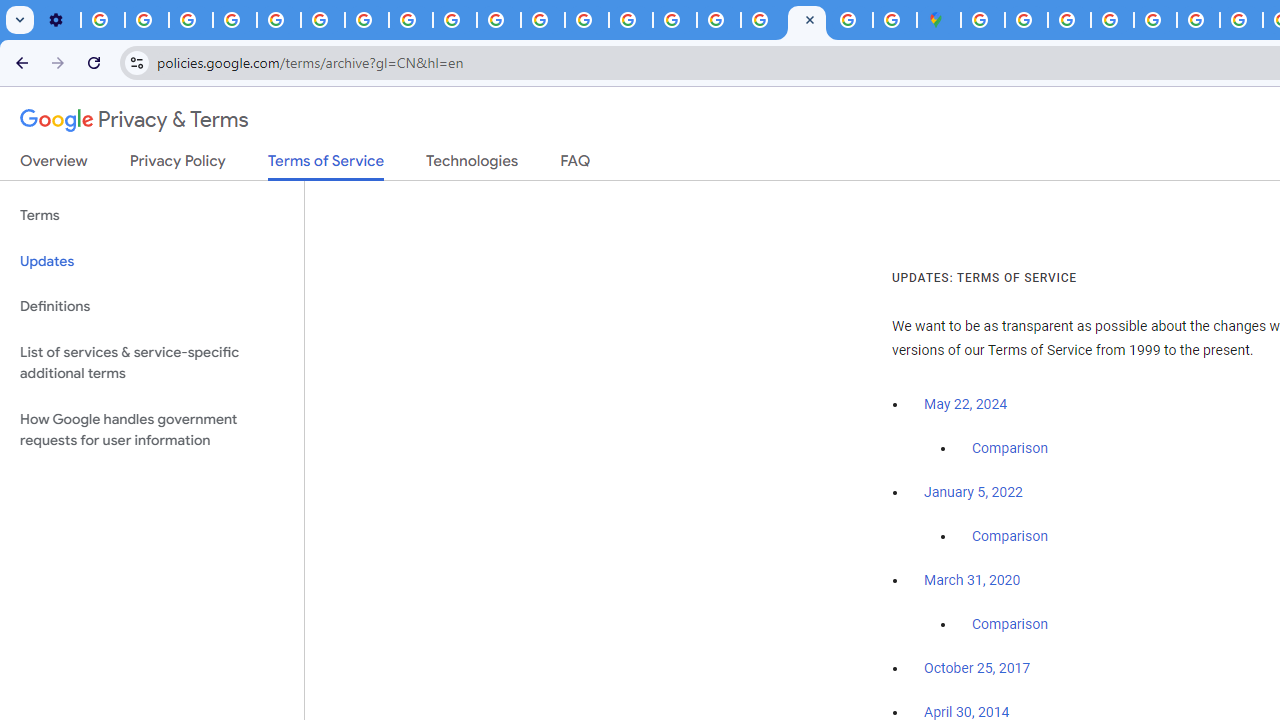 The image size is (1280, 720). I want to click on 'How Google handles government requests for user information', so click(151, 428).